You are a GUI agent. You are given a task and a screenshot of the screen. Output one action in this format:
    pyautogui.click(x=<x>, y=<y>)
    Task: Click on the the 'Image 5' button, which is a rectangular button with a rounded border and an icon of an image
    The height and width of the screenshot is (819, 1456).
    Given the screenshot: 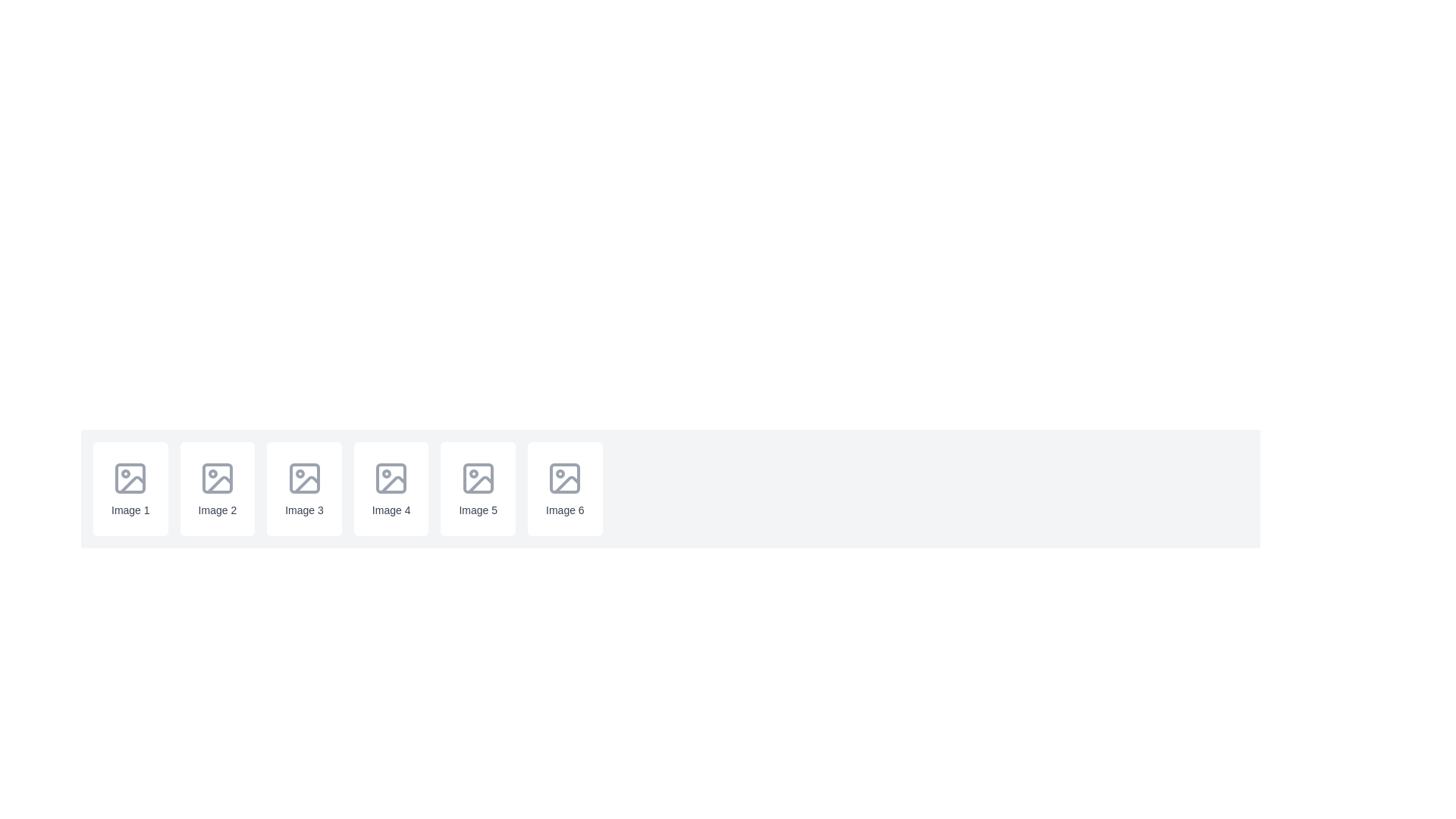 What is the action you would take?
    pyautogui.click(x=477, y=488)
    